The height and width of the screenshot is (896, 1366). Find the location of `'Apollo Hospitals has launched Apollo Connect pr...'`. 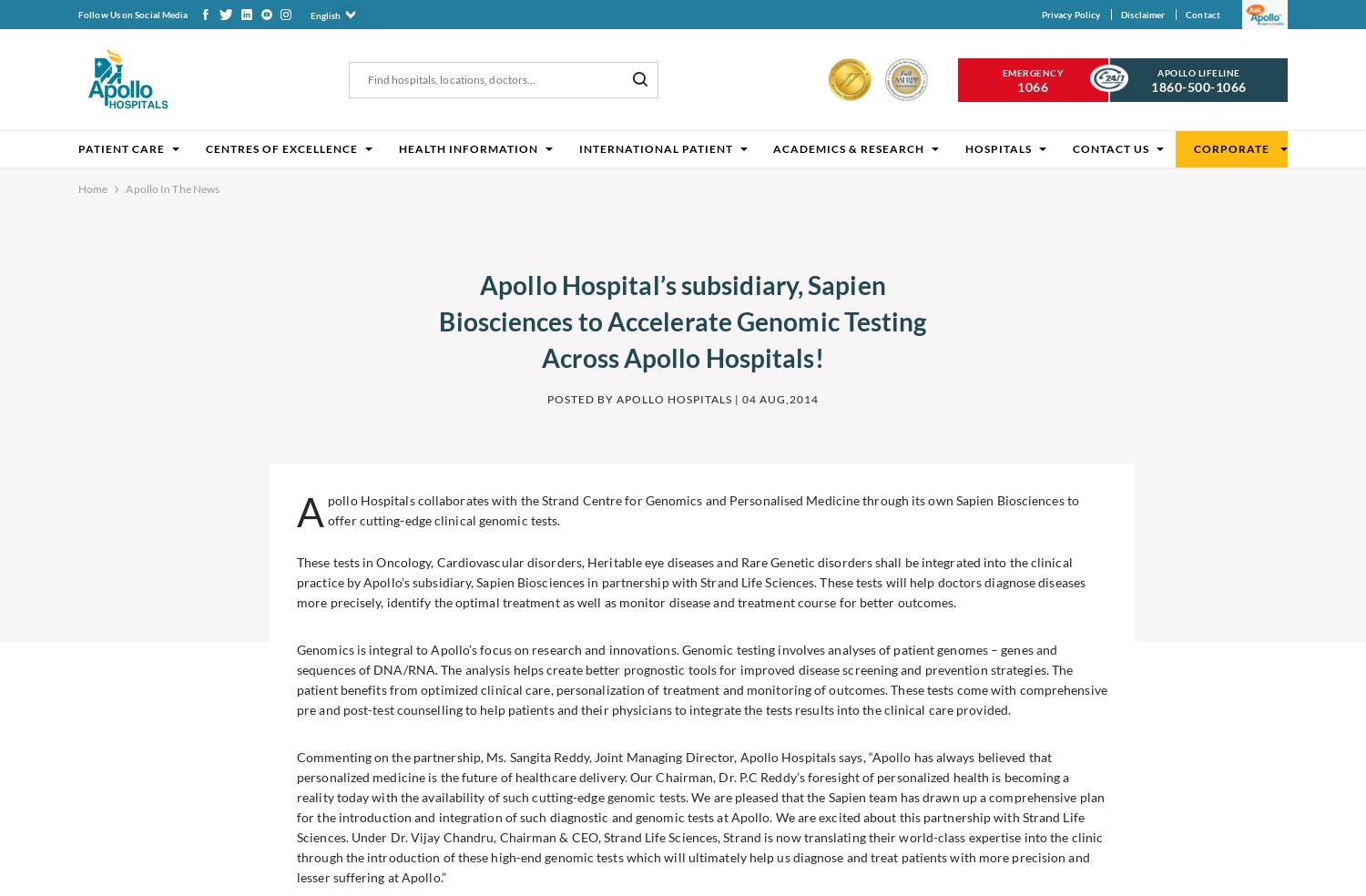

'Apollo Hospitals has launched Apollo Connect pr...' is located at coordinates (1082, 698).